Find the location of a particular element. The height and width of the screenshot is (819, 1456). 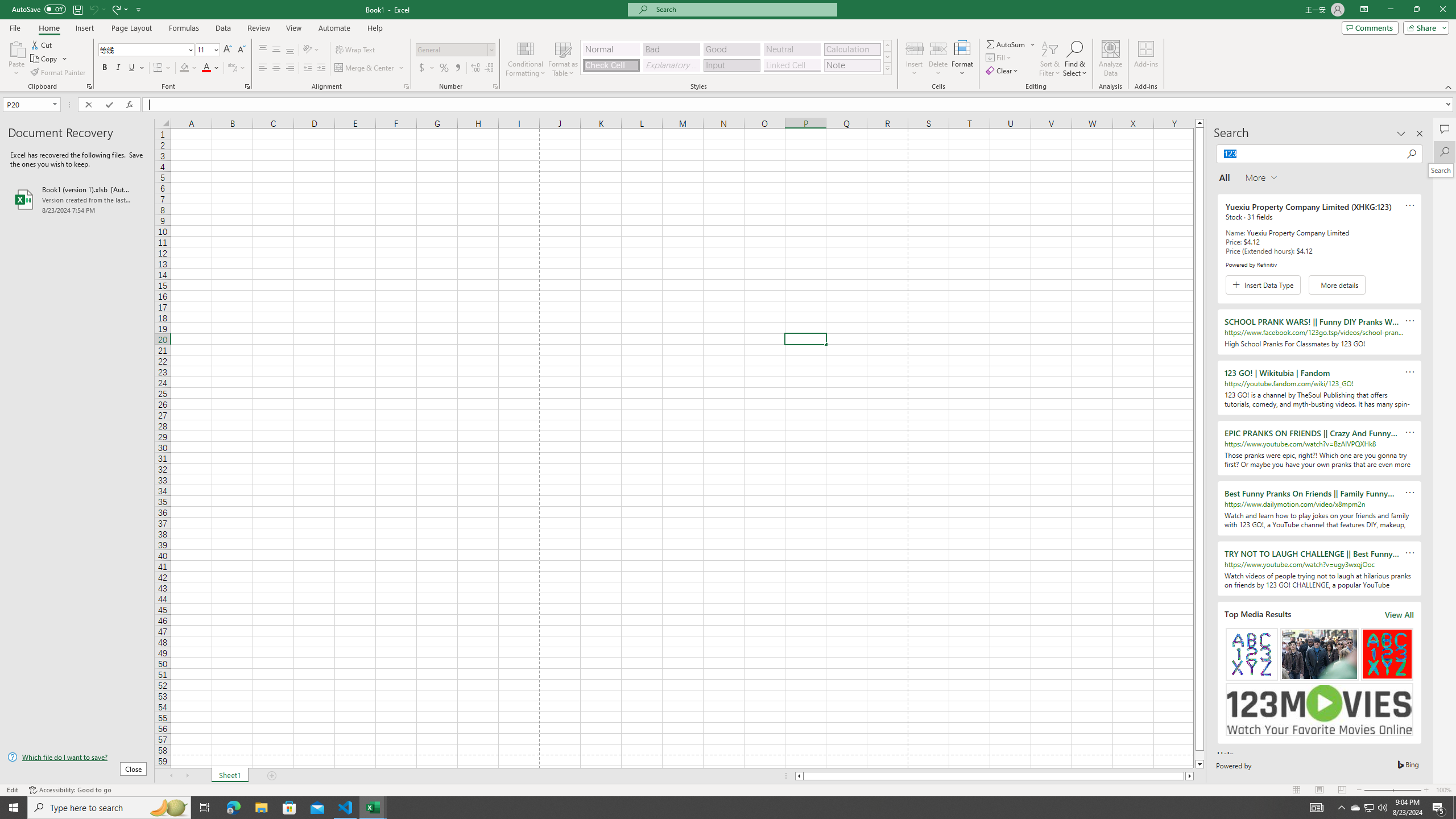

'Accounting Number Format' is located at coordinates (427, 67).